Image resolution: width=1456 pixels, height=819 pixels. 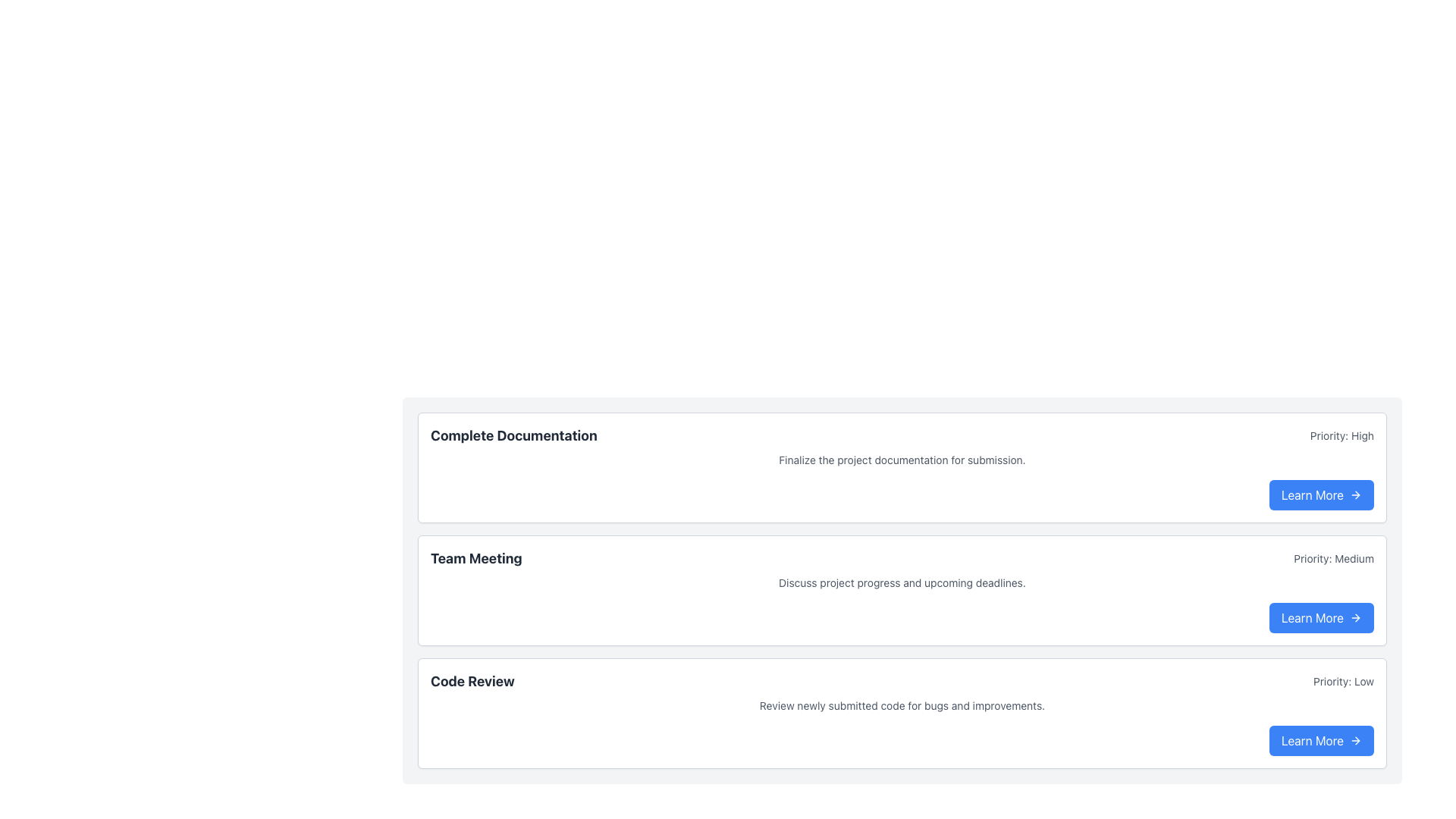 I want to click on the 'Learn More' text label, which is located in the bottom right corner of the 'Code Review' section, to interact with it, so click(x=1310, y=739).